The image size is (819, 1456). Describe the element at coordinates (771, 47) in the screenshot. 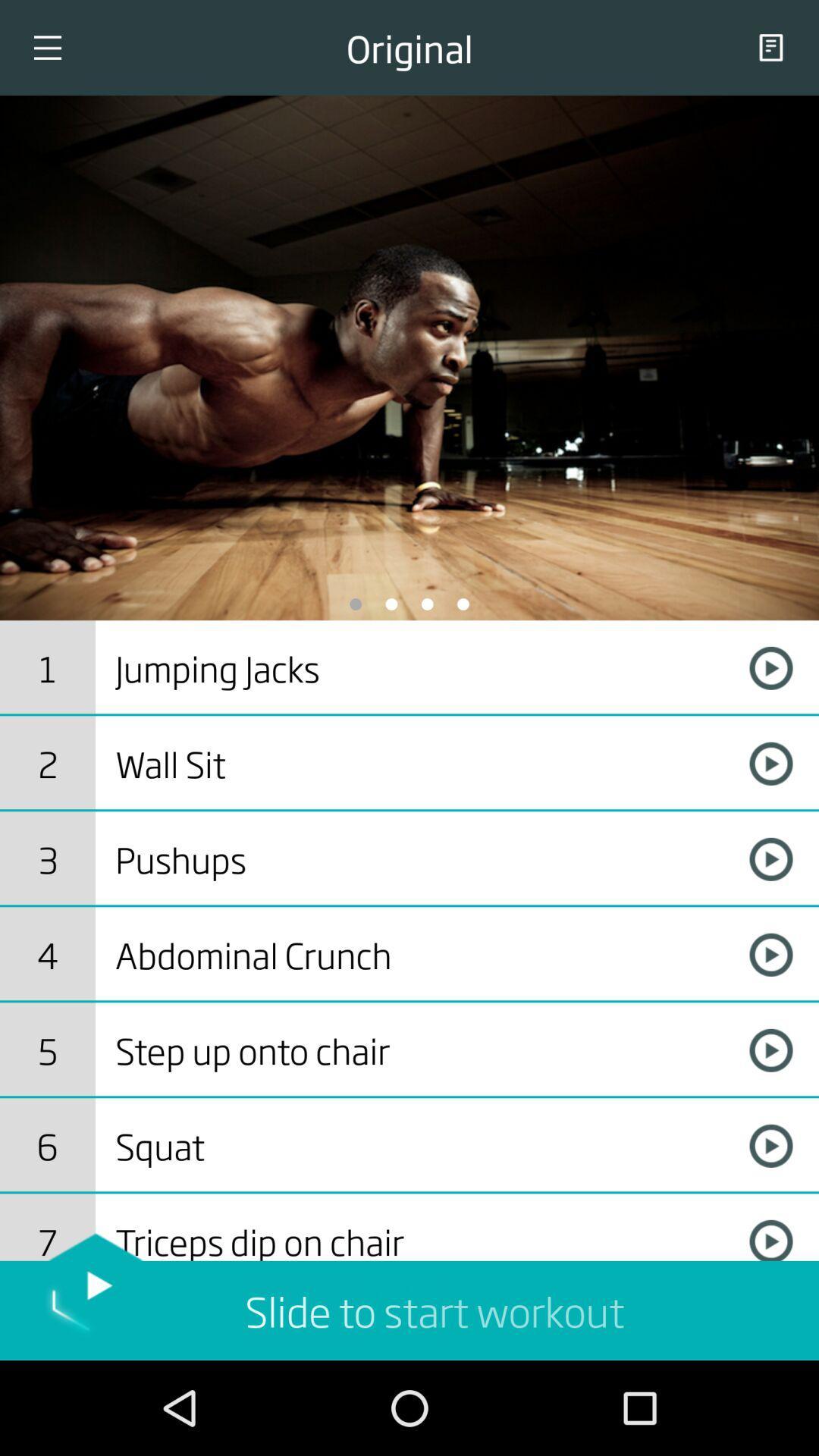

I see `the copy icon` at that location.